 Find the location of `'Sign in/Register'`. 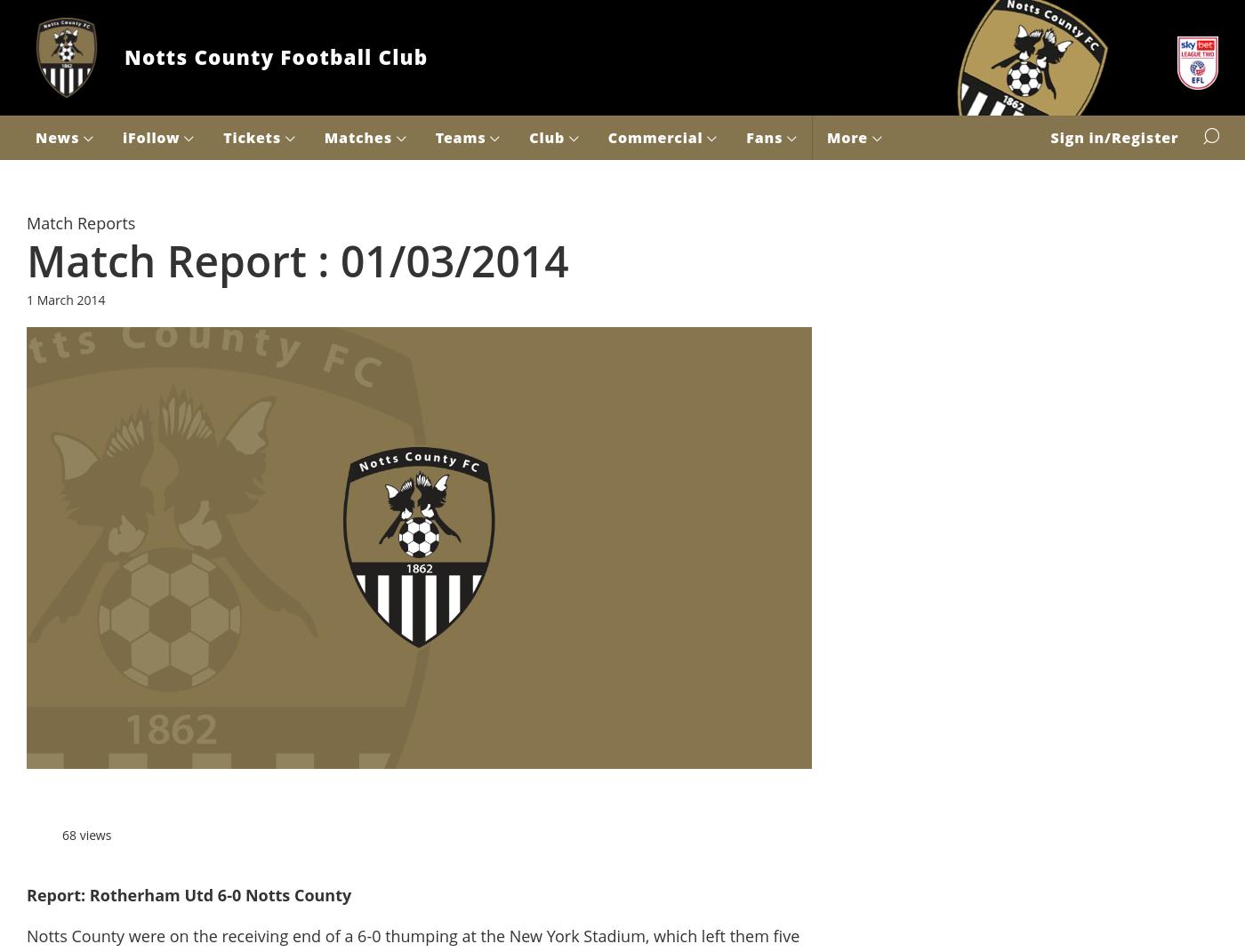

'Sign in/Register' is located at coordinates (1114, 136).